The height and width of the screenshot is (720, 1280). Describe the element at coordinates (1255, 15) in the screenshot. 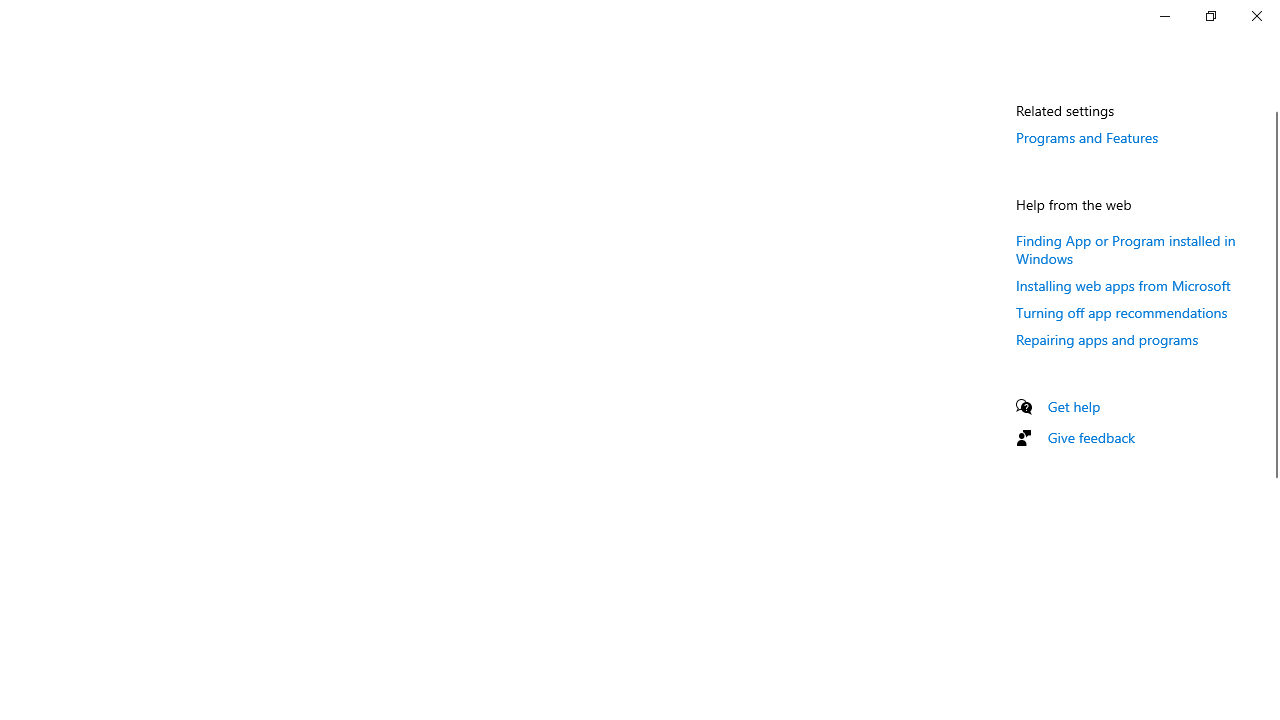

I see `'Close Settings'` at that location.